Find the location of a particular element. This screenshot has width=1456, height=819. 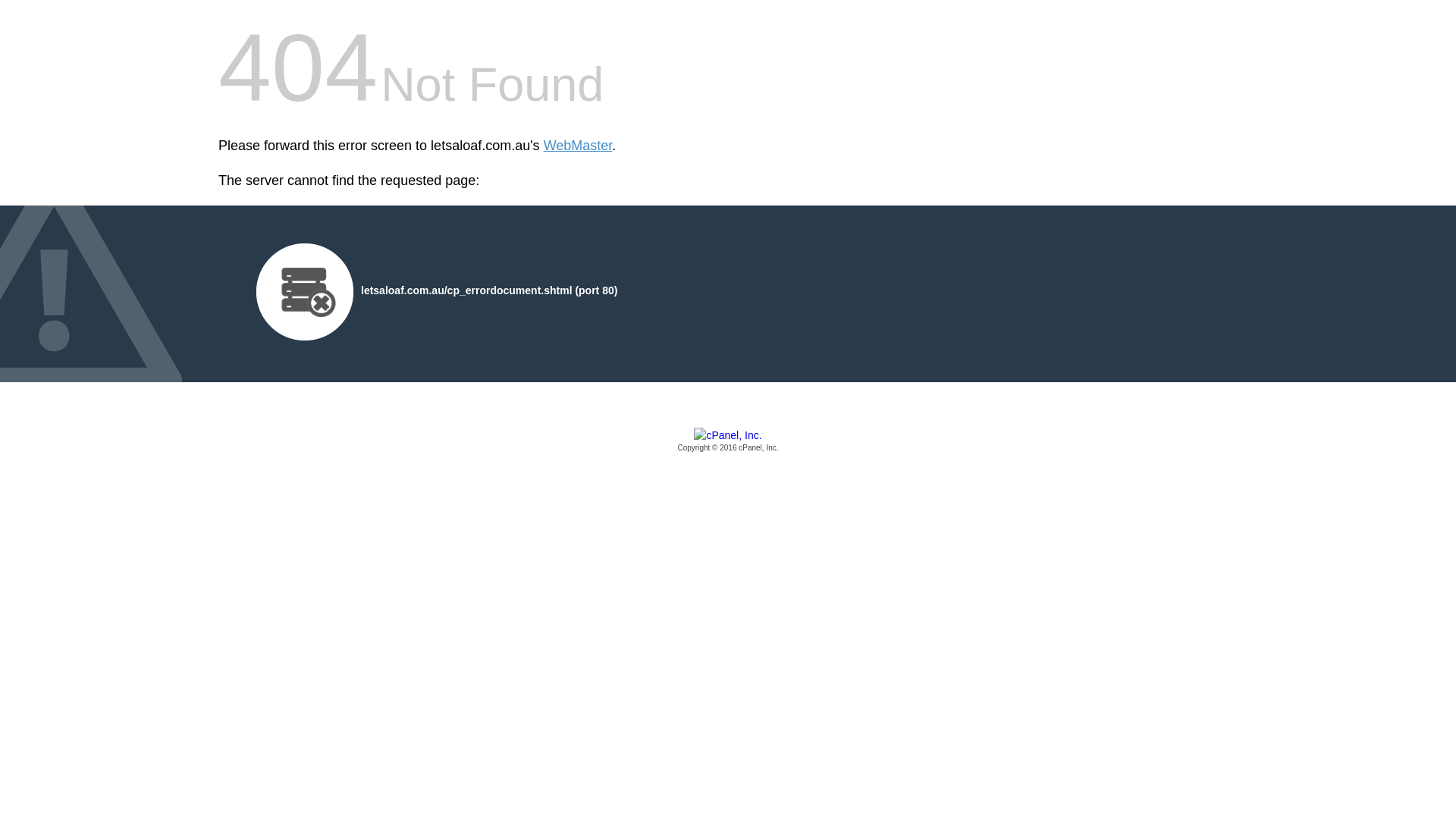

'WebMaster' is located at coordinates (577, 146).